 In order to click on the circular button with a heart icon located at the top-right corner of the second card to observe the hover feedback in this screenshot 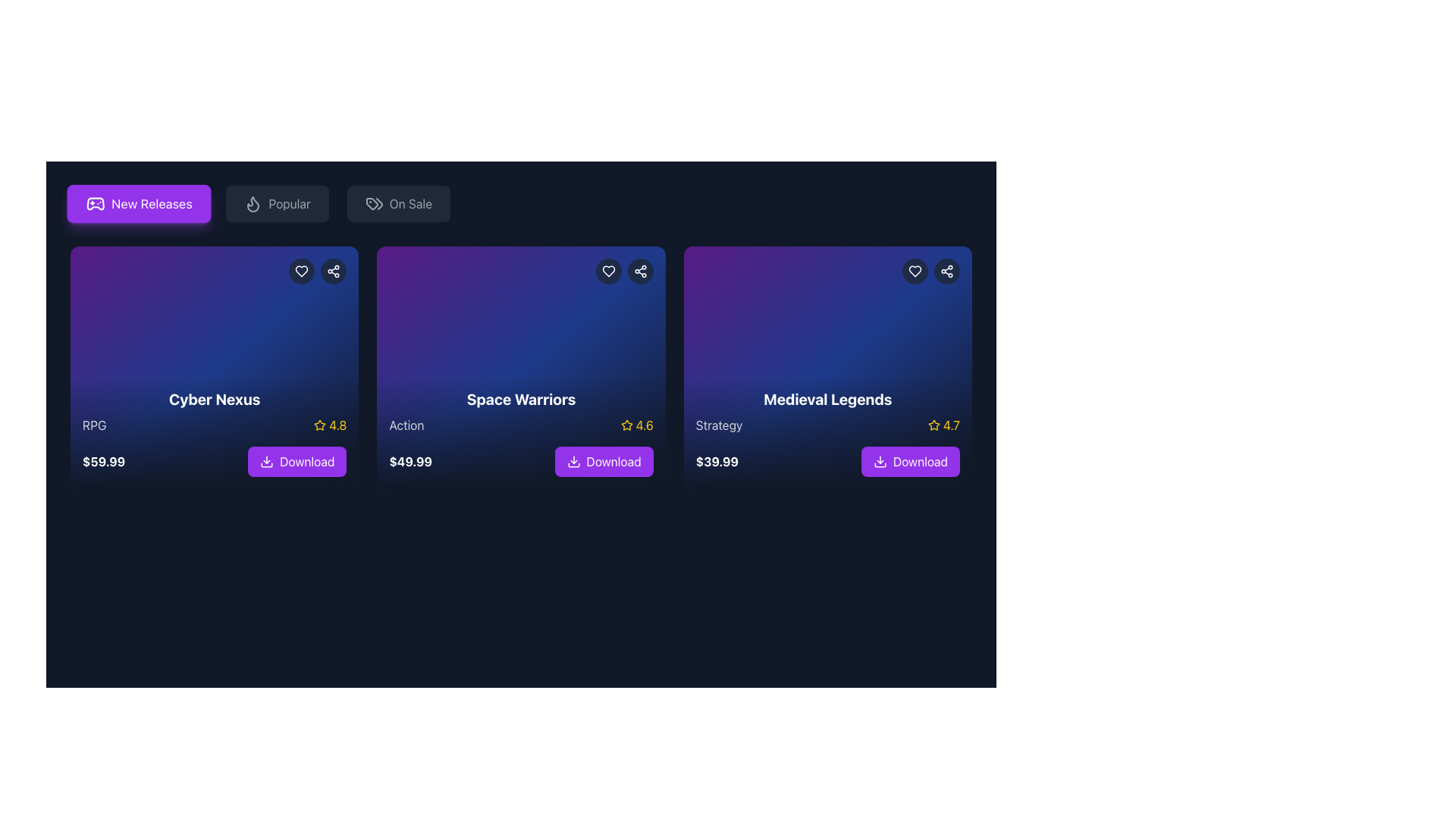, I will do `click(608, 271)`.